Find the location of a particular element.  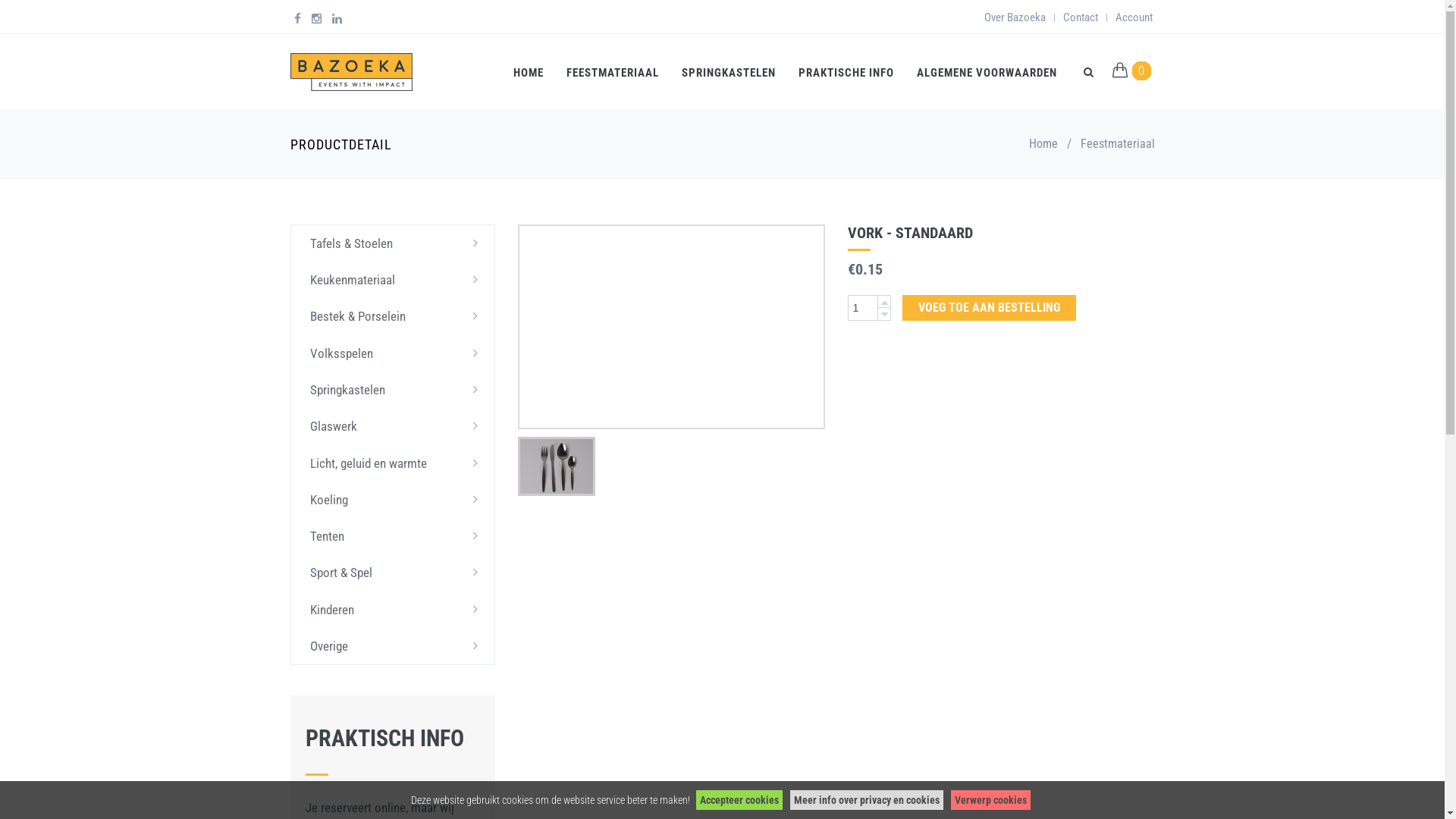

'Home' is located at coordinates (1028, 143).